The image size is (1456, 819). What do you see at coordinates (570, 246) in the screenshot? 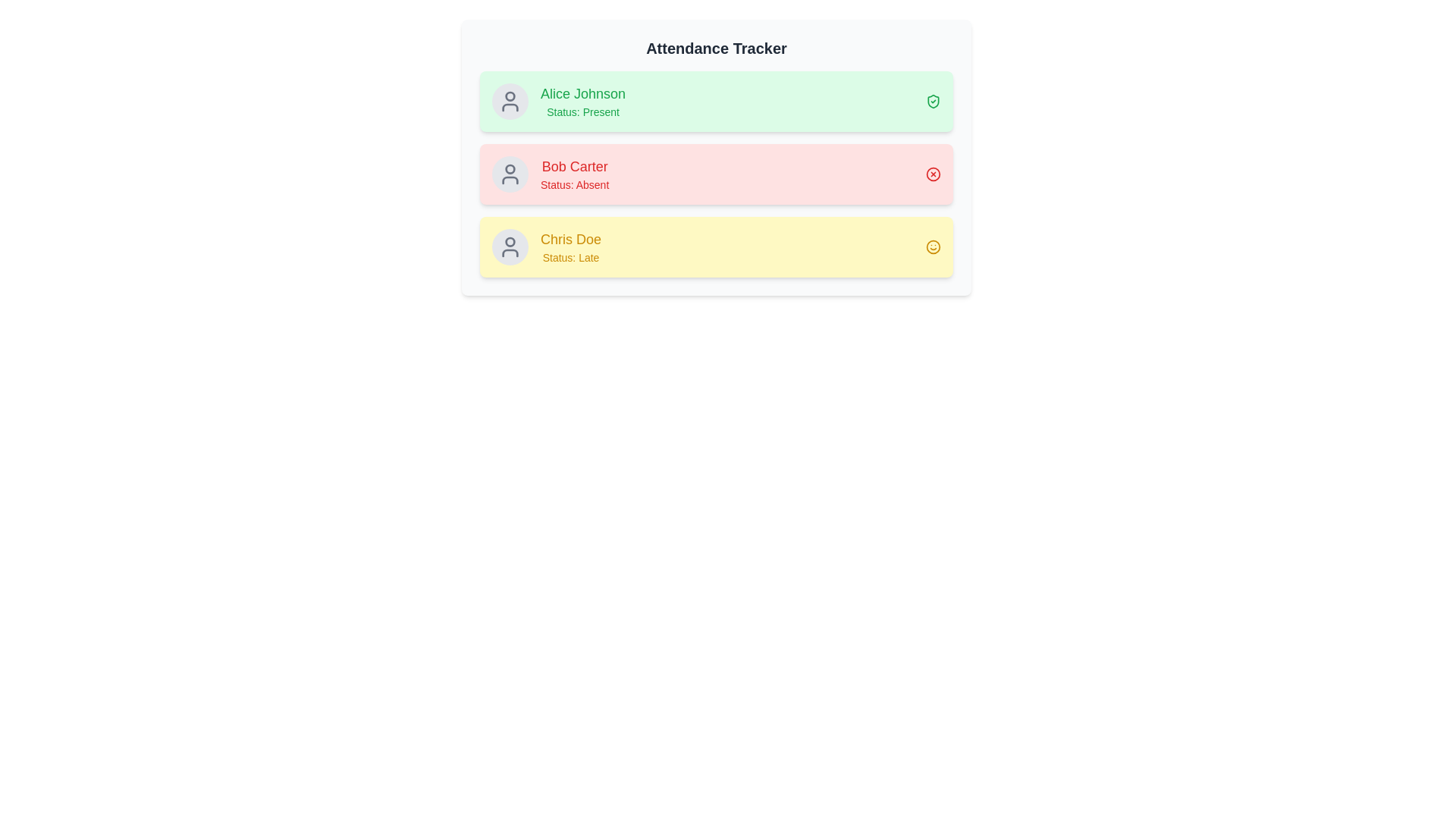
I see `the Text Display that shows the user's name 'Chris Doe' and attendance status 'Late', located in the third row of user status entries, to the right of a circular icon placeholder` at bounding box center [570, 246].